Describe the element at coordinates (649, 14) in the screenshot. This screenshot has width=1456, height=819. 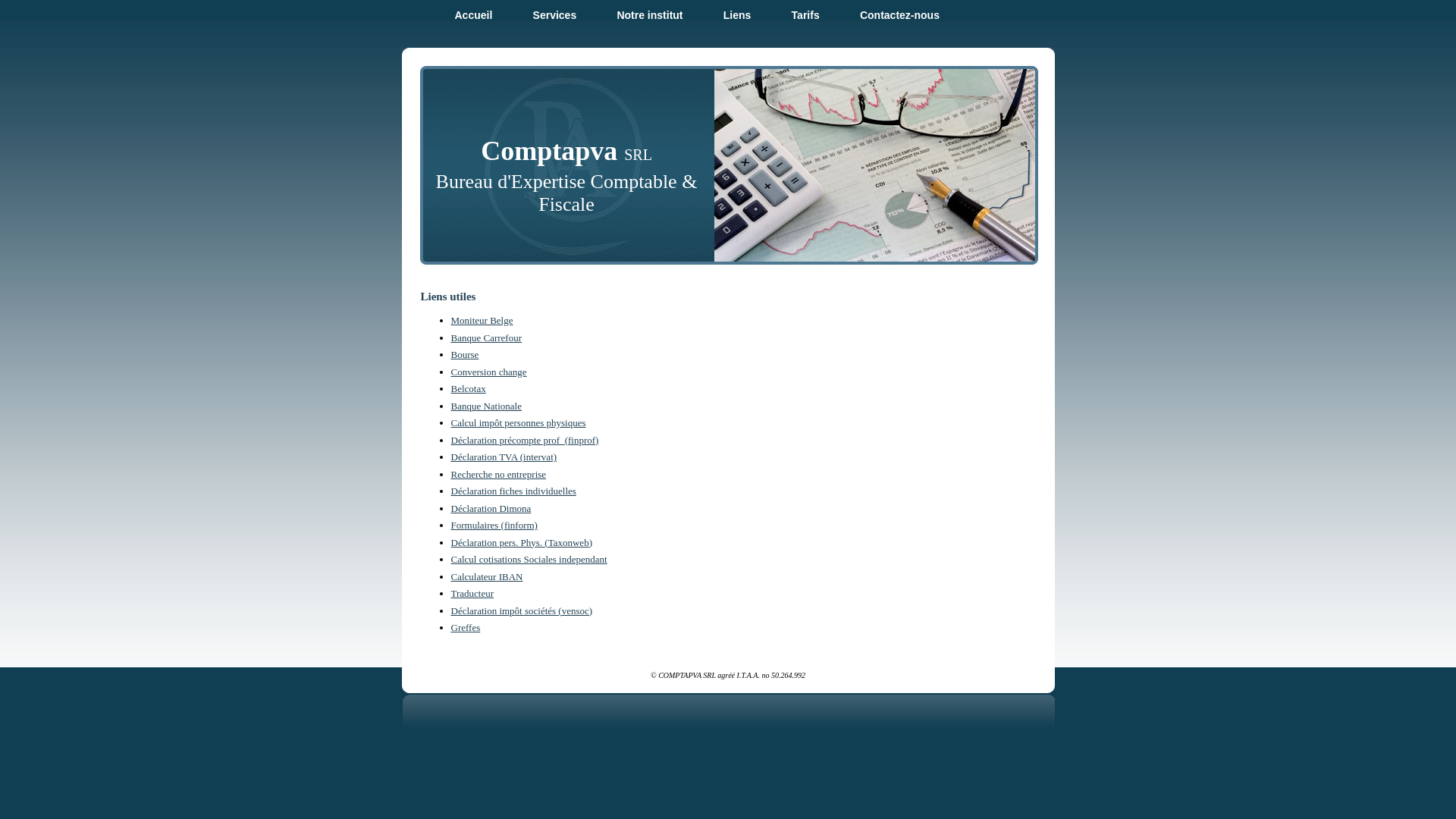
I see `'Notre institut'` at that location.